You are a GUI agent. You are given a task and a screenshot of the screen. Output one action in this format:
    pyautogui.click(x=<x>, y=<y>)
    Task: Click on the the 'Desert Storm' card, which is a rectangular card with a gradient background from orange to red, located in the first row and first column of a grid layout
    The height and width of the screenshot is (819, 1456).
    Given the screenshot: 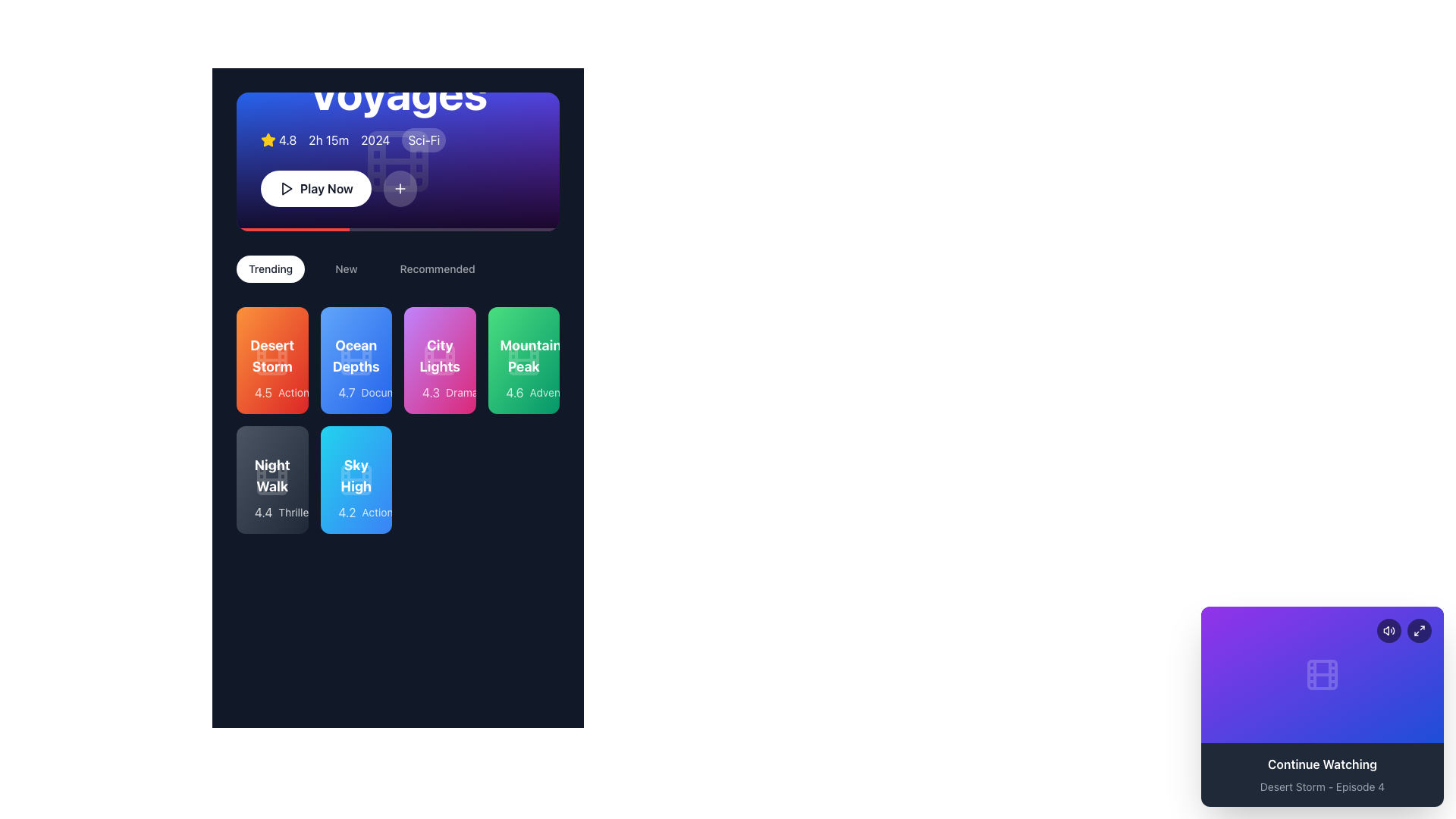 What is the action you would take?
    pyautogui.click(x=272, y=360)
    